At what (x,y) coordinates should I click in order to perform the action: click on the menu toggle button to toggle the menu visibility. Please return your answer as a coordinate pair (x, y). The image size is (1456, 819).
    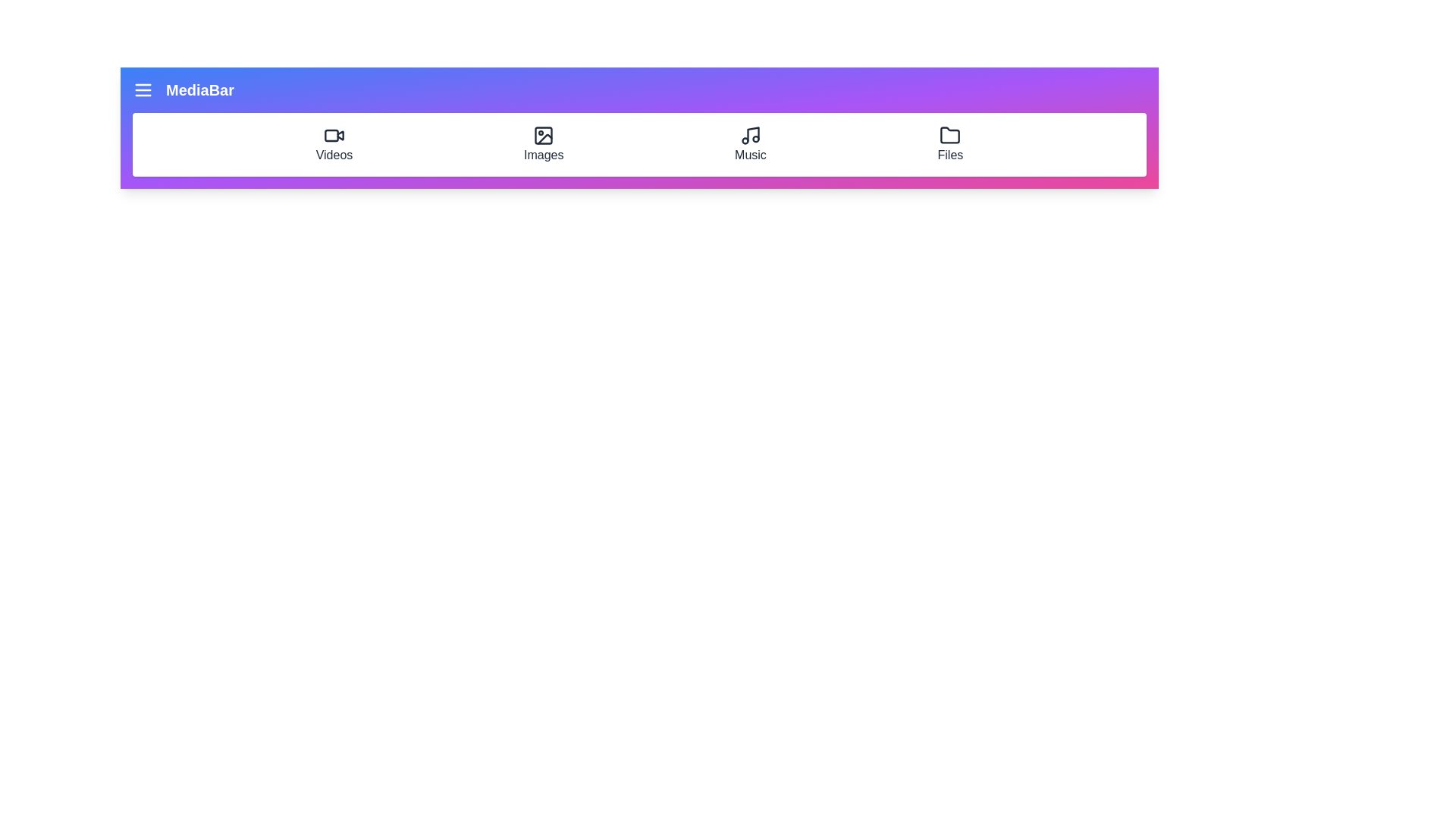
    Looking at the image, I should click on (143, 90).